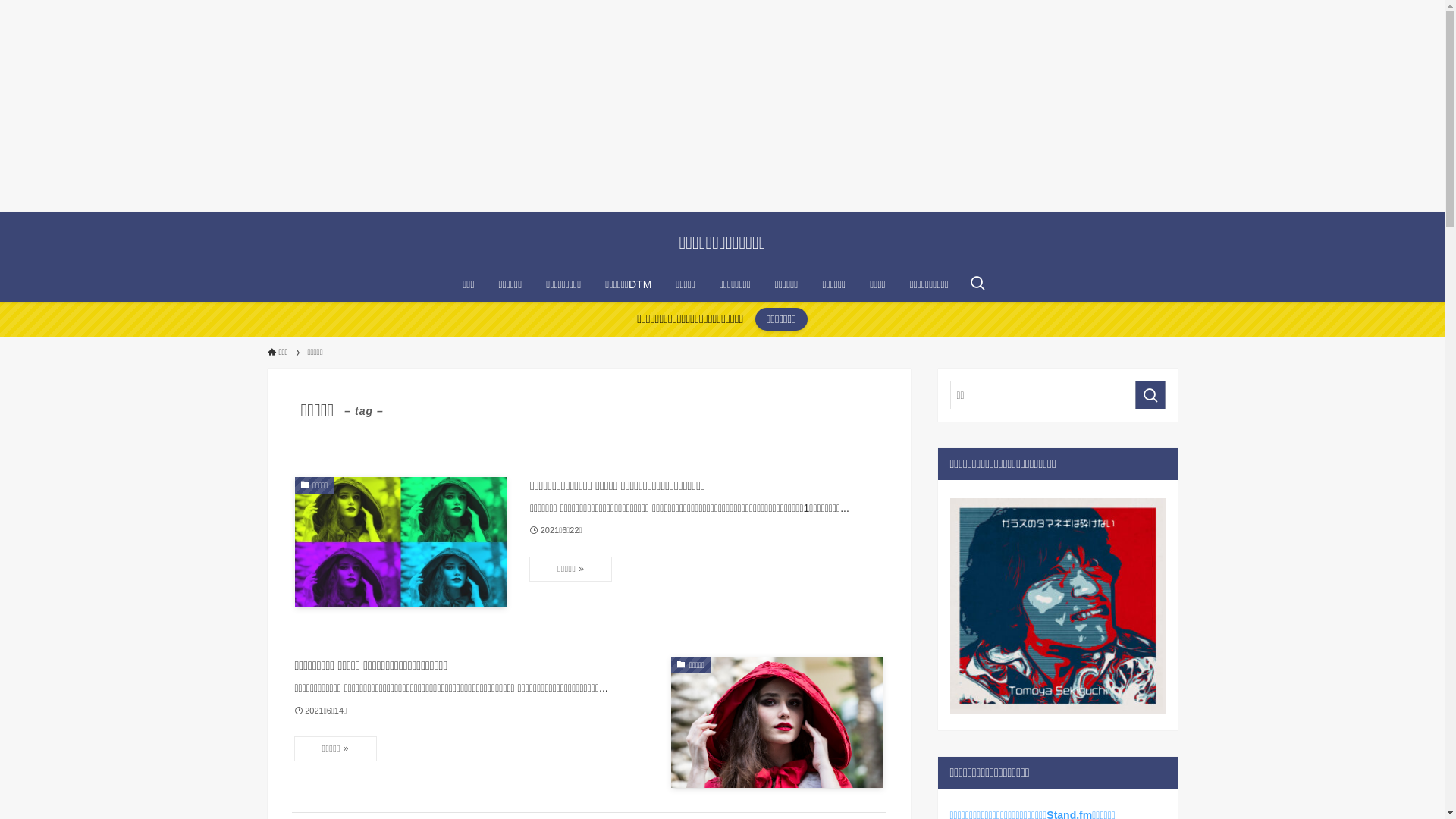 The image size is (1456, 819). Describe the element at coordinates (921, 421) in the screenshot. I see `'search'` at that location.